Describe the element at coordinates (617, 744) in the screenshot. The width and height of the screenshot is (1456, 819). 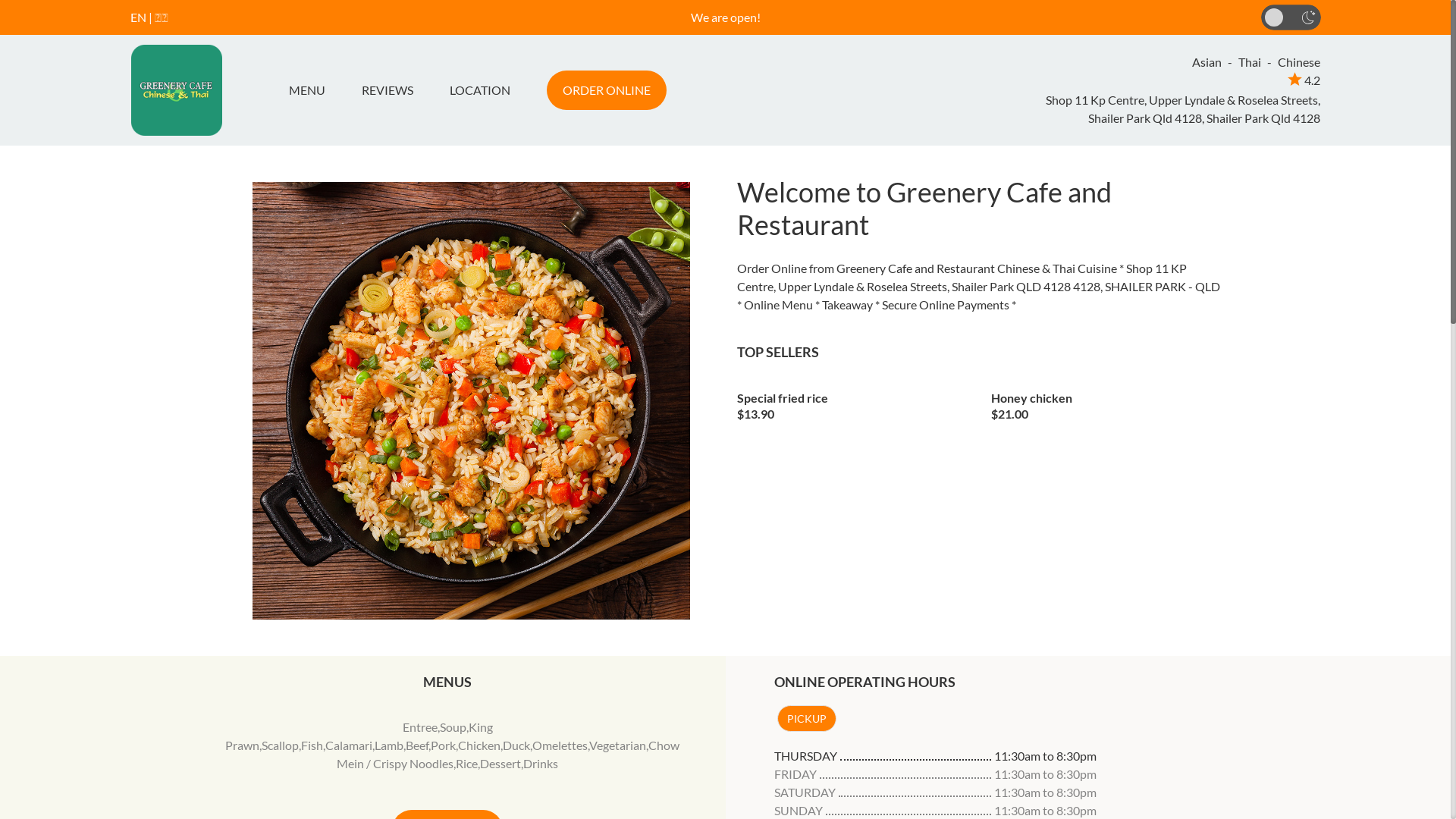
I see `'Vegetarian'` at that location.